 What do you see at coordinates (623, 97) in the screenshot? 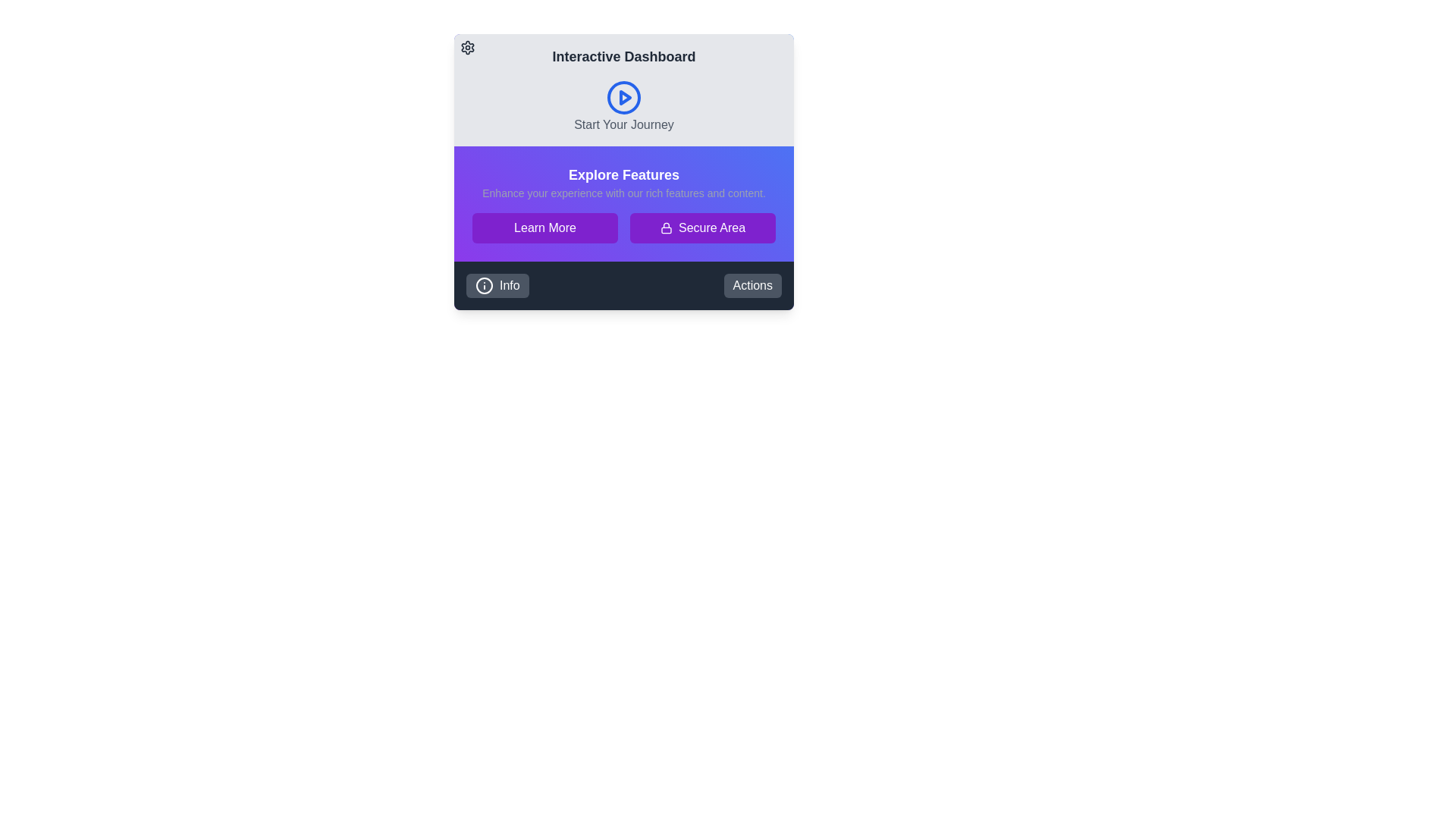
I see `the circular boundary of the 'play' button icon, which is styled with a thin blue stroke and is centrally located under the title 'Interactive Dashboard'` at bounding box center [623, 97].